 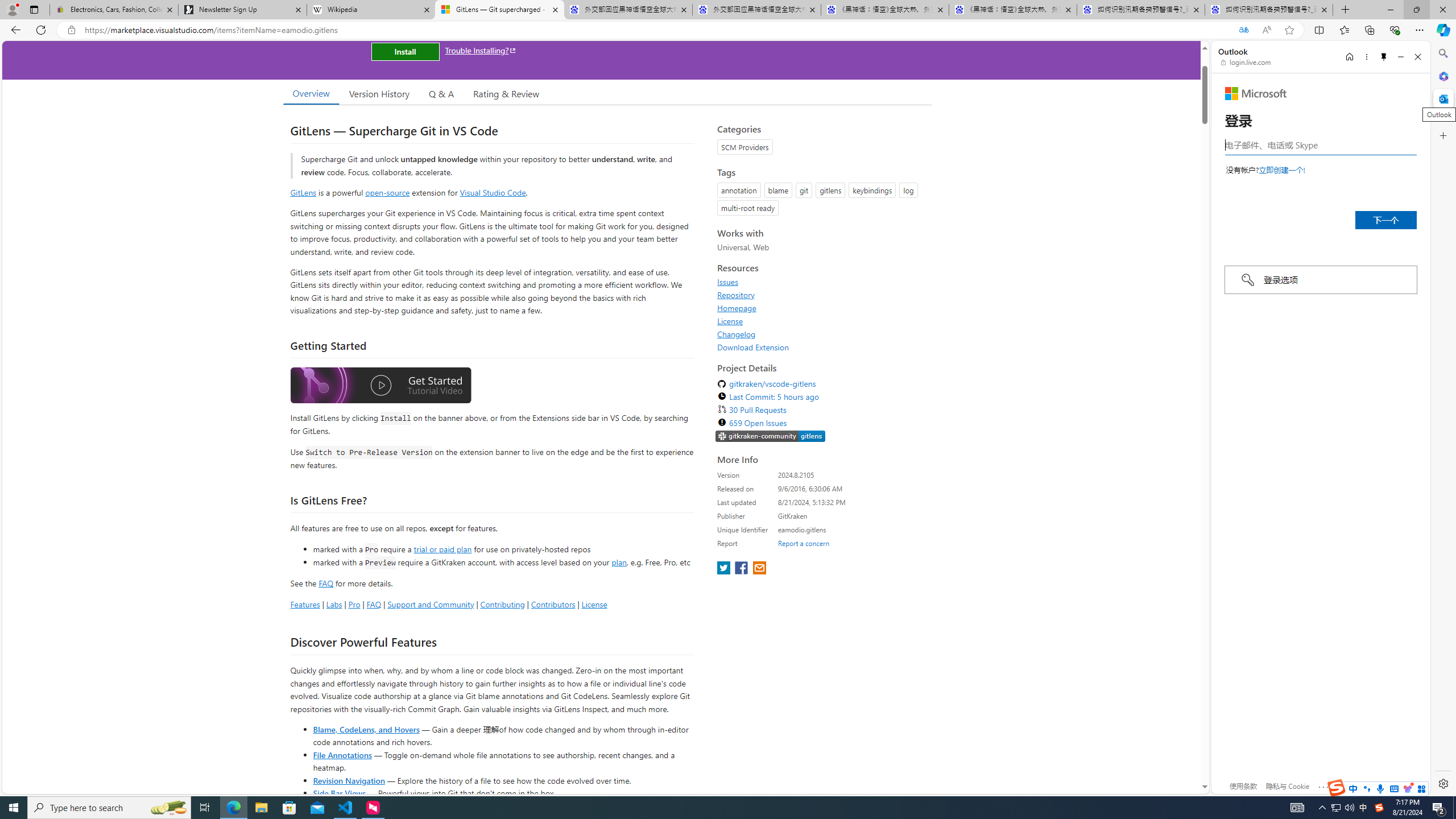 What do you see at coordinates (503, 603) in the screenshot?
I see `'Contributing'` at bounding box center [503, 603].